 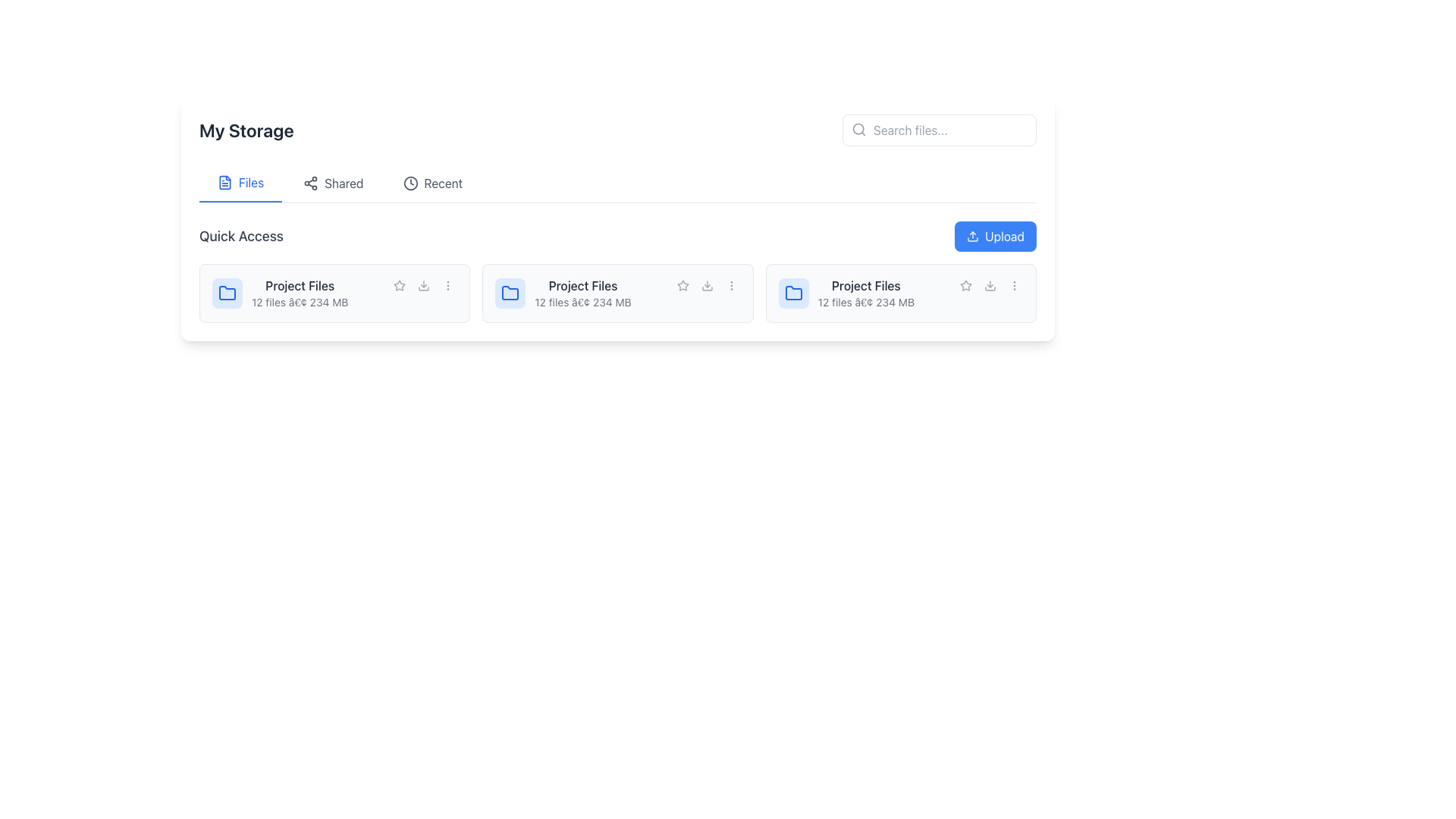 What do you see at coordinates (300, 302) in the screenshot?
I see `the informational text that provides metadata about the associated folder, located below the 'Project Files' text and to the leftmost of three cards in the 'Quick Access' section` at bounding box center [300, 302].